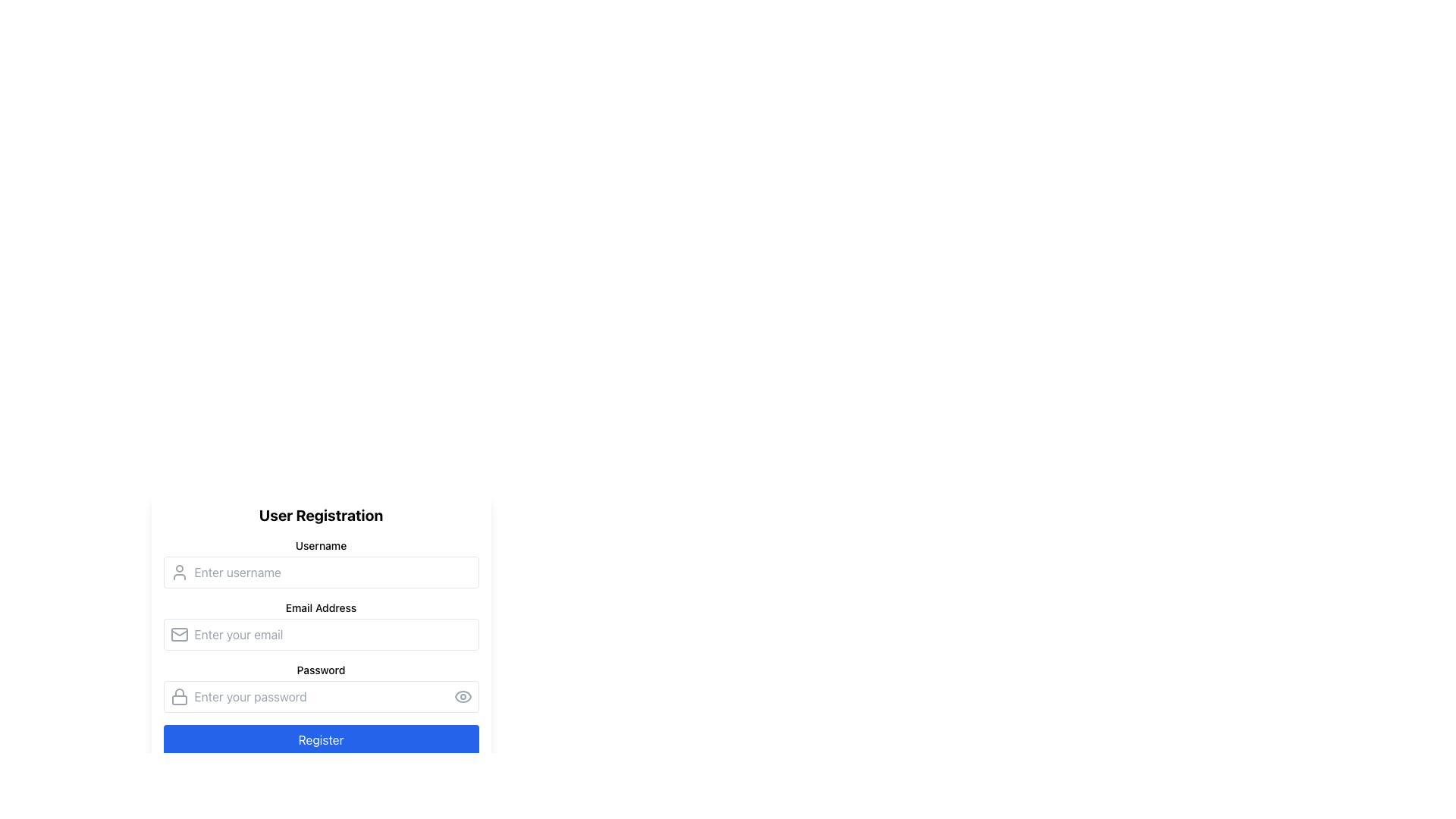 Image resolution: width=1456 pixels, height=819 pixels. Describe the element at coordinates (320, 646) in the screenshot. I see `the input fields of the 'User Registration' form to type the username, email address, and password` at that location.